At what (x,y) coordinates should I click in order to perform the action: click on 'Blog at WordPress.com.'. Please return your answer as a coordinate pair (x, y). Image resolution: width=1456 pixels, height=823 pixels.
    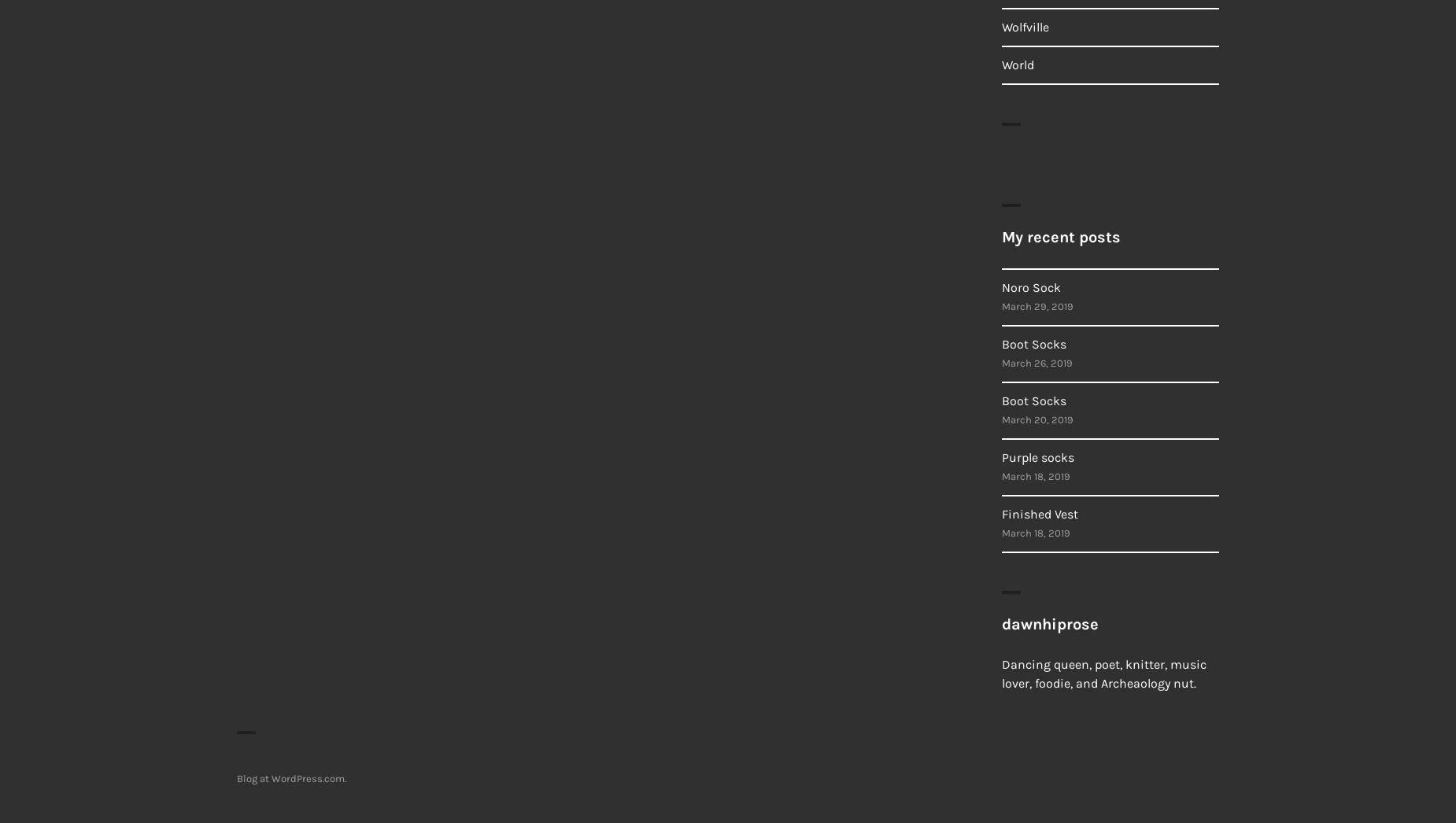
    Looking at the image, I should click on (290, 777).